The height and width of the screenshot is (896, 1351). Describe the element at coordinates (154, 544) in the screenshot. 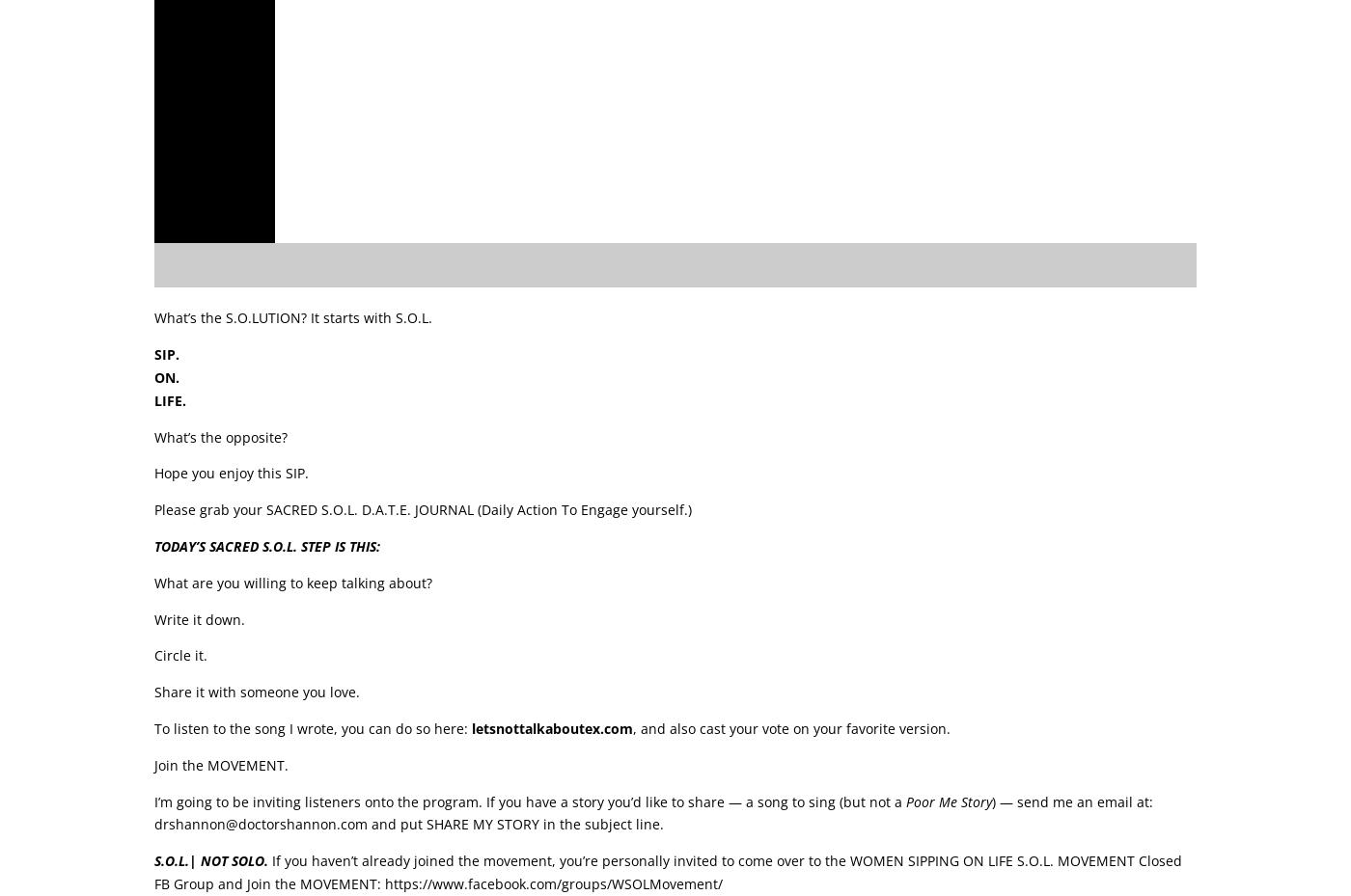

I see `'TODAY’S SACRED S.O.L. STEP IS THIS:'` at that location.